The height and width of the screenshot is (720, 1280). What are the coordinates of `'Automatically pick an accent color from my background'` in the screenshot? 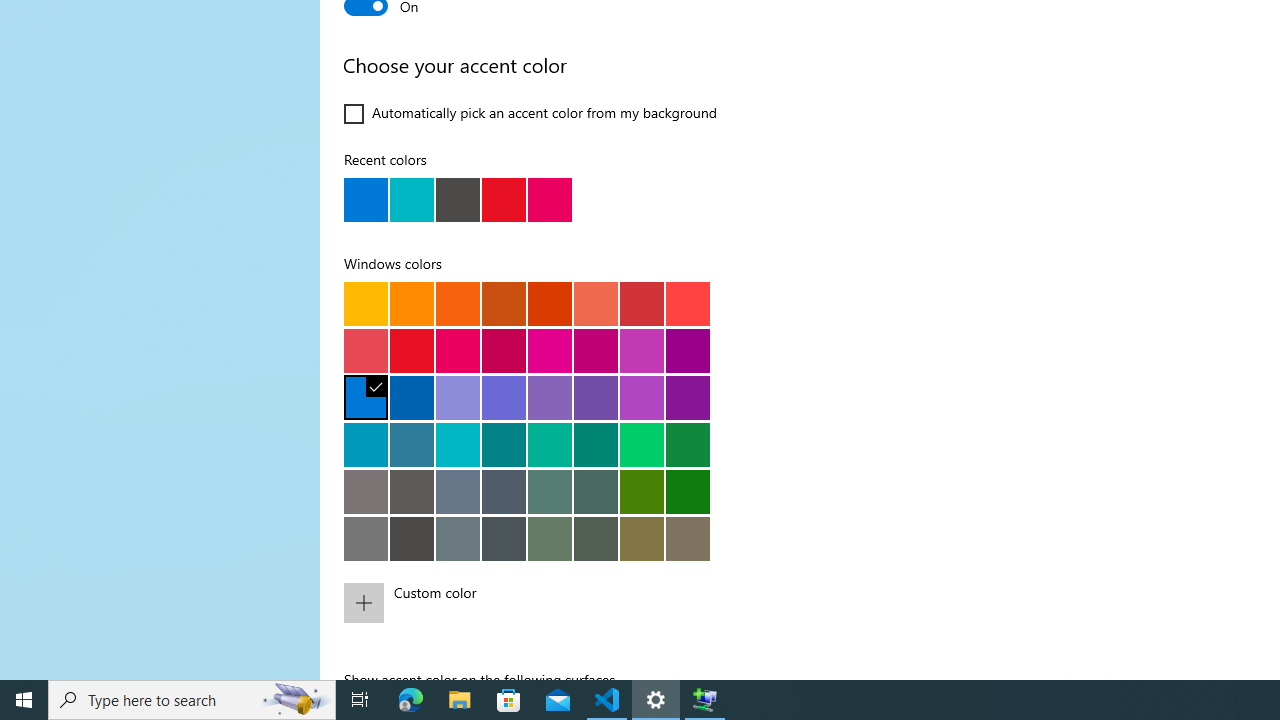 It's located at (531, 114).